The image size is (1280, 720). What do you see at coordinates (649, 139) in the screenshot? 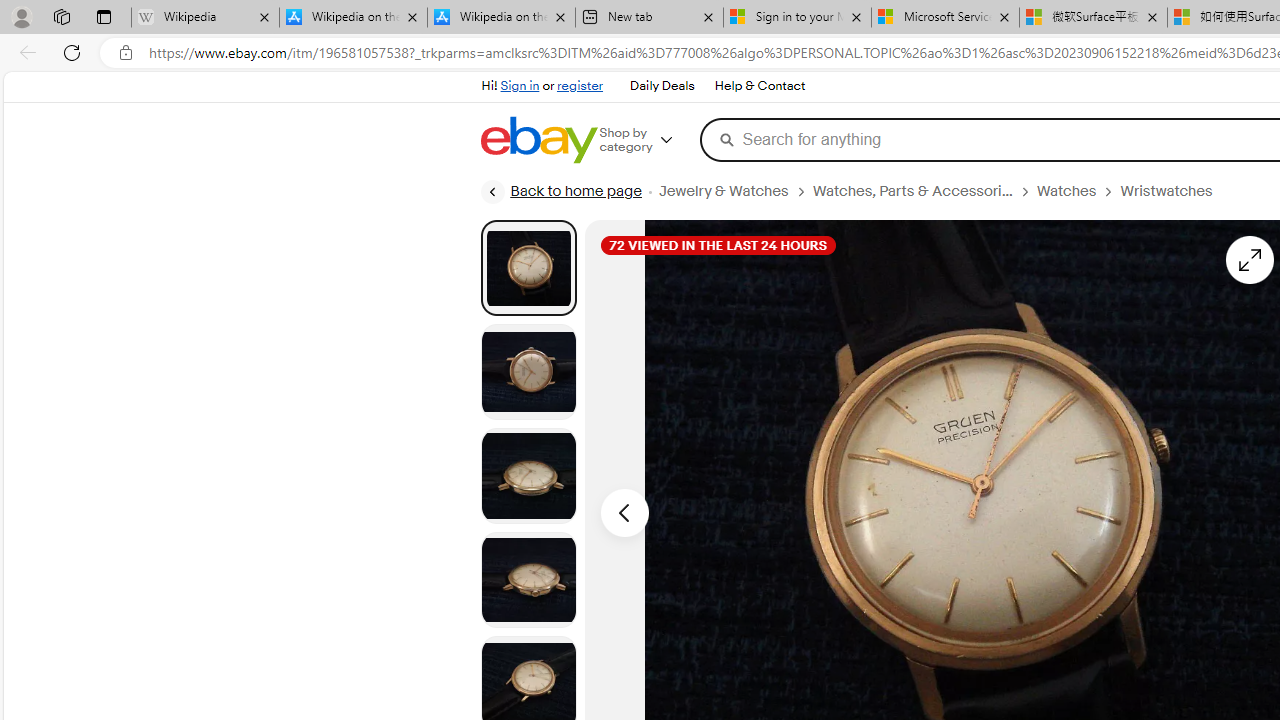
I see `'Shop by category'` at bounding box center [649, 139].